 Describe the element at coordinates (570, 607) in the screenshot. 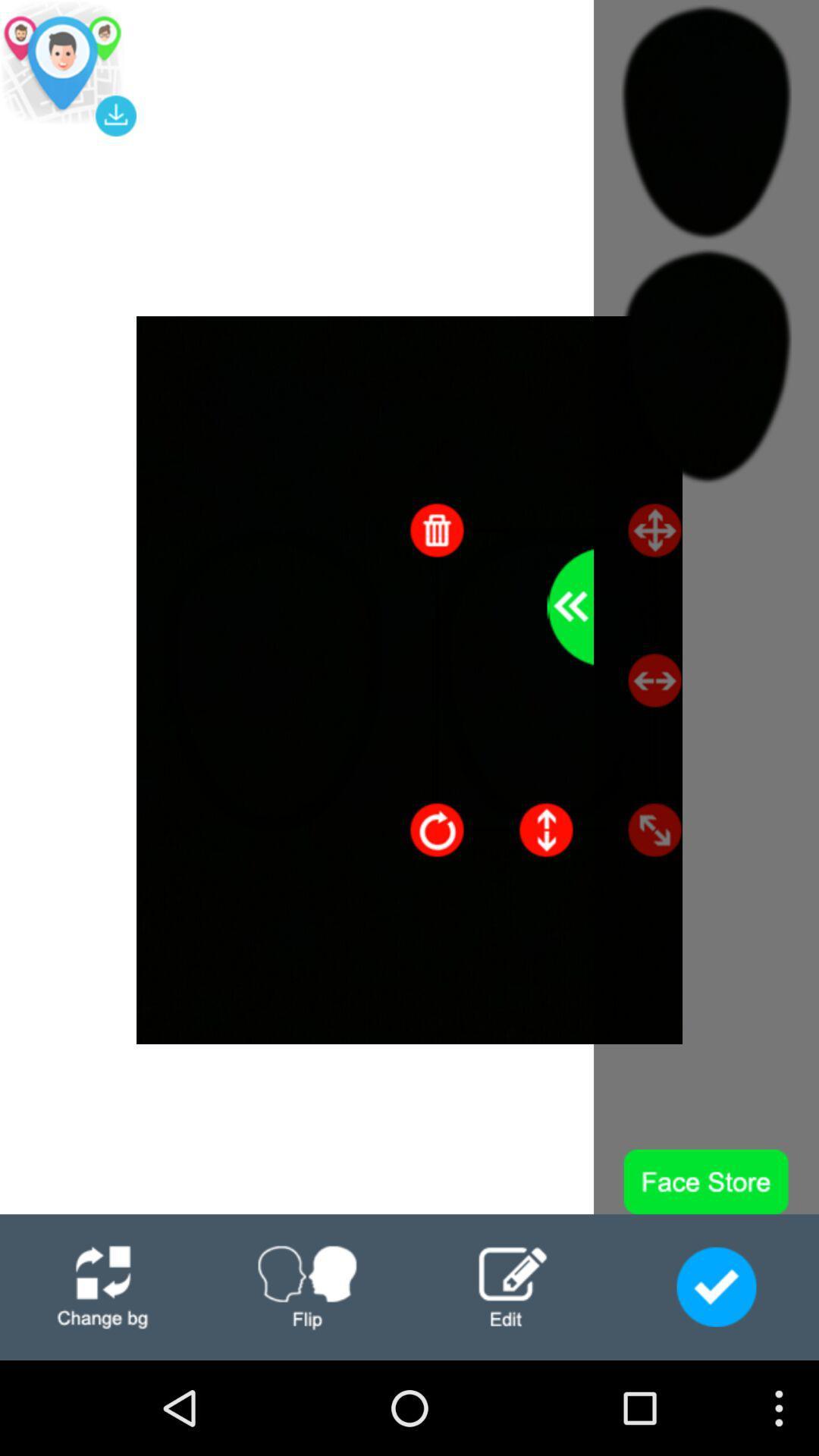

I see `previous` at that location.